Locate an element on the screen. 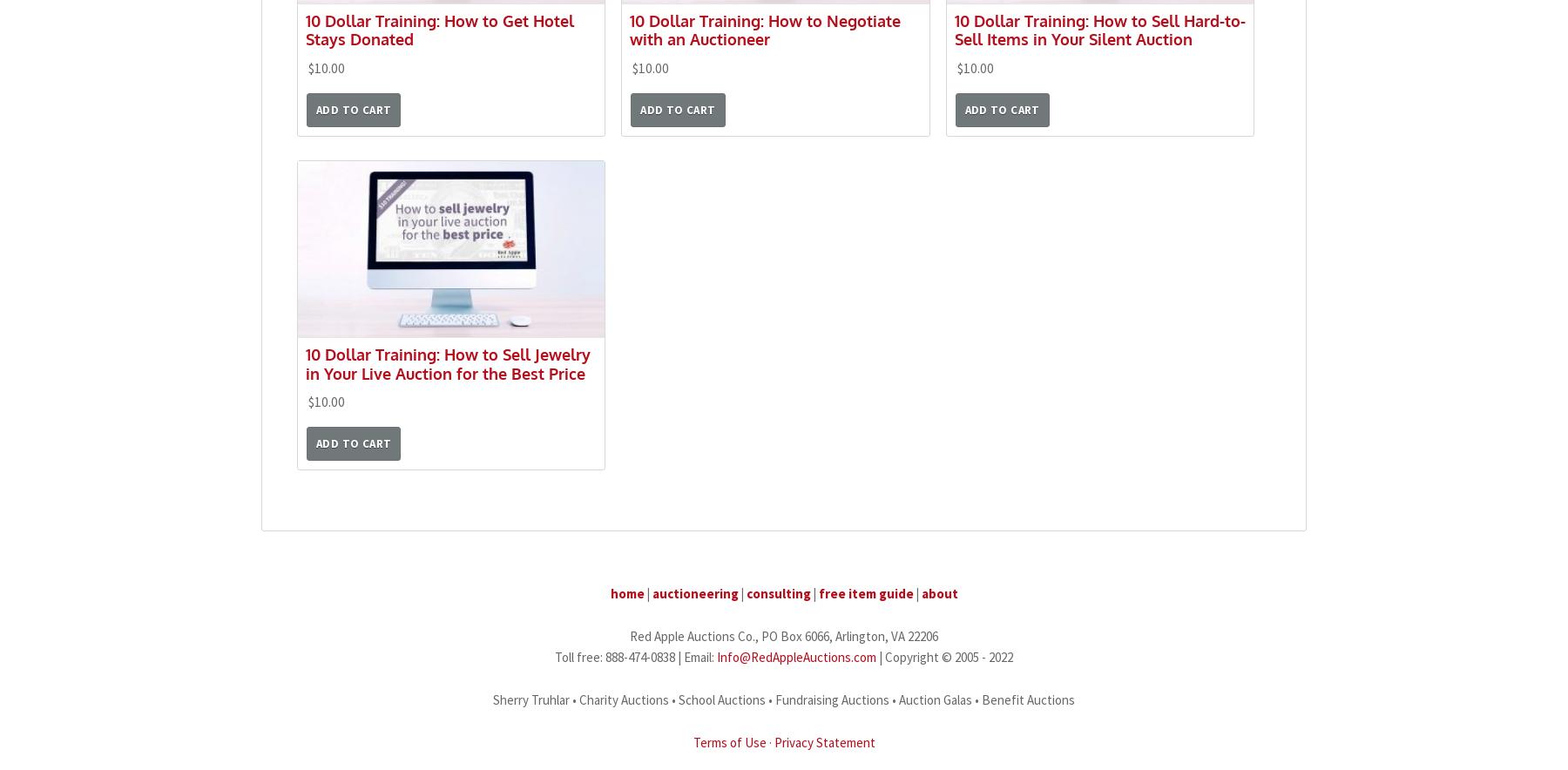 This screenshot has width=1568, height=770. 'Sherry Truhlar • Charity Auctions • School Auctions • Fundraising Auctions • Auction Galas • Benefit Auctions' is located at coordinates (784, 698).